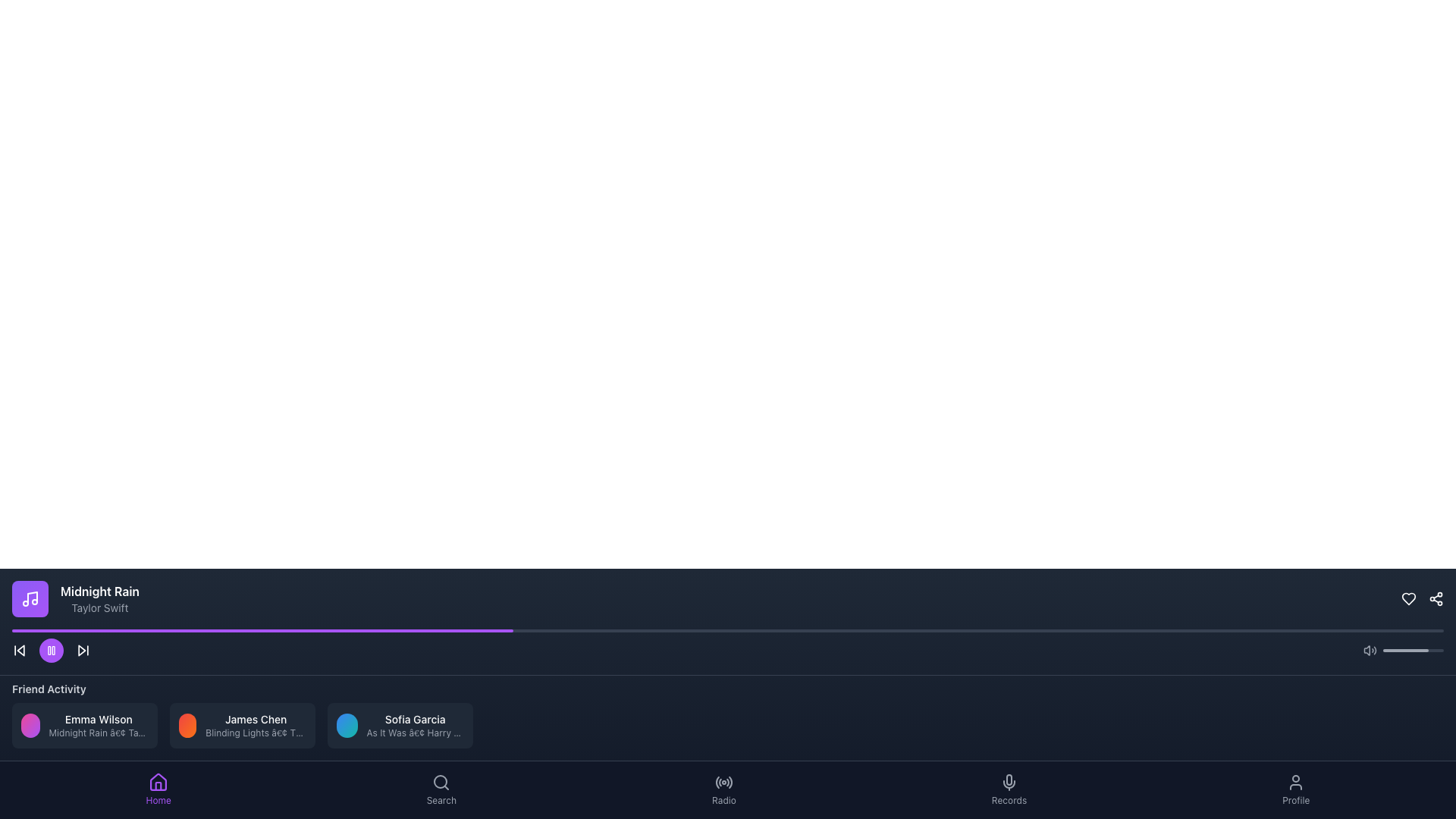  Describe the element at coordinates (1404, 649) in the screenshot. I see `the progress bar located towards the bottom right corner of the interface, which indicates a percentage or value within a 0-100 range` at that location.